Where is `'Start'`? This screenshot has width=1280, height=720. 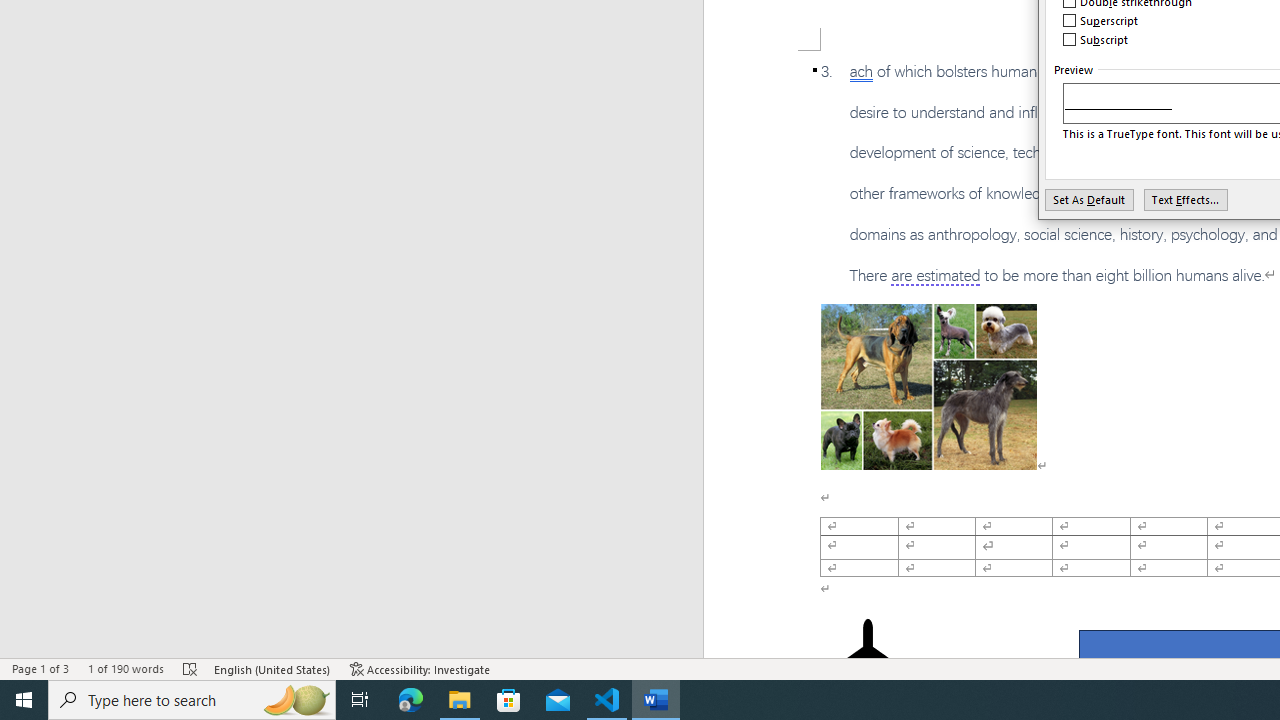 'Start' is located at coordinates (24, 698).